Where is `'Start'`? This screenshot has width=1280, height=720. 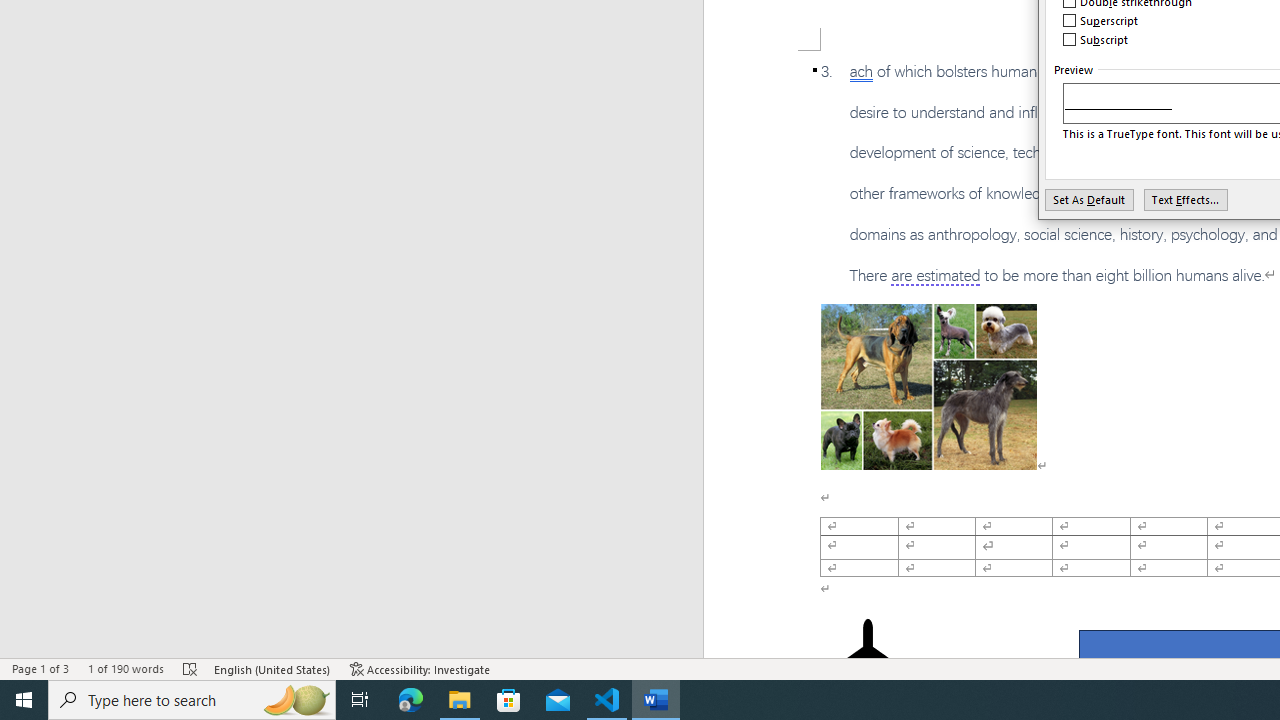 'Start' is located at coordinates (24, 698).